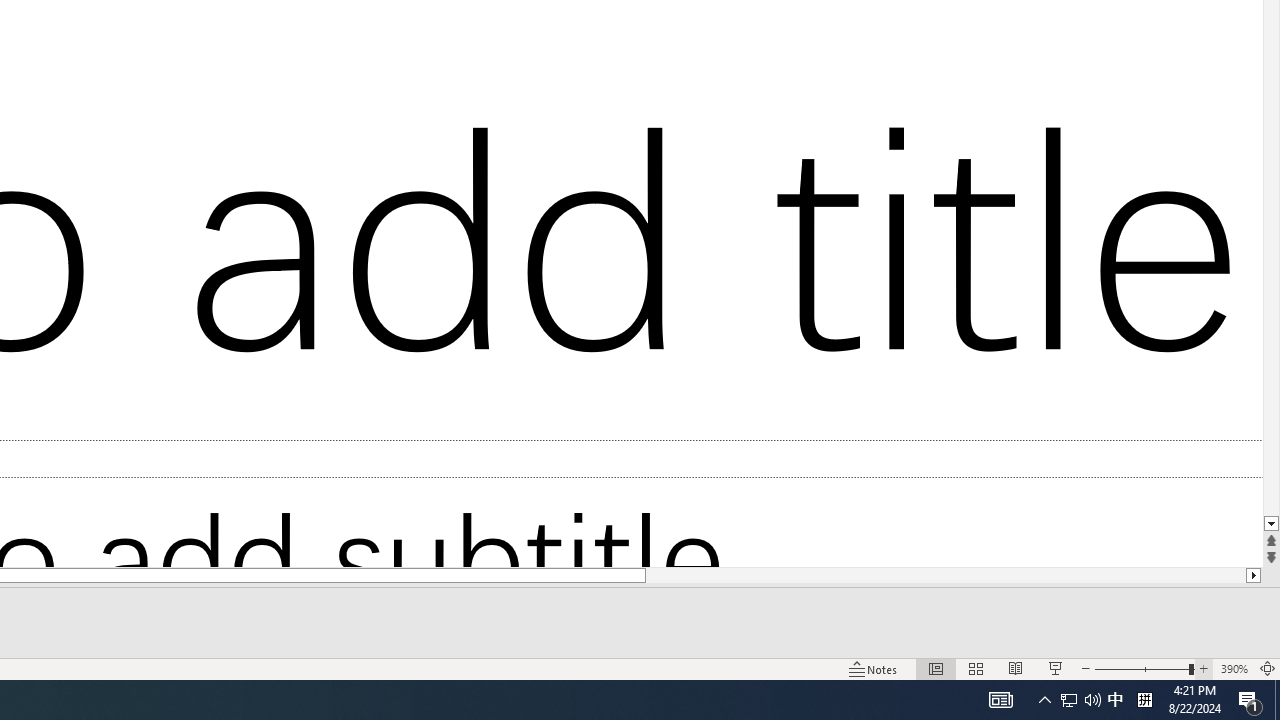 Image resolution: width=1280 pixels, height=720 pixels. I want to click on 'Slide Sorter', so click(976, 669).